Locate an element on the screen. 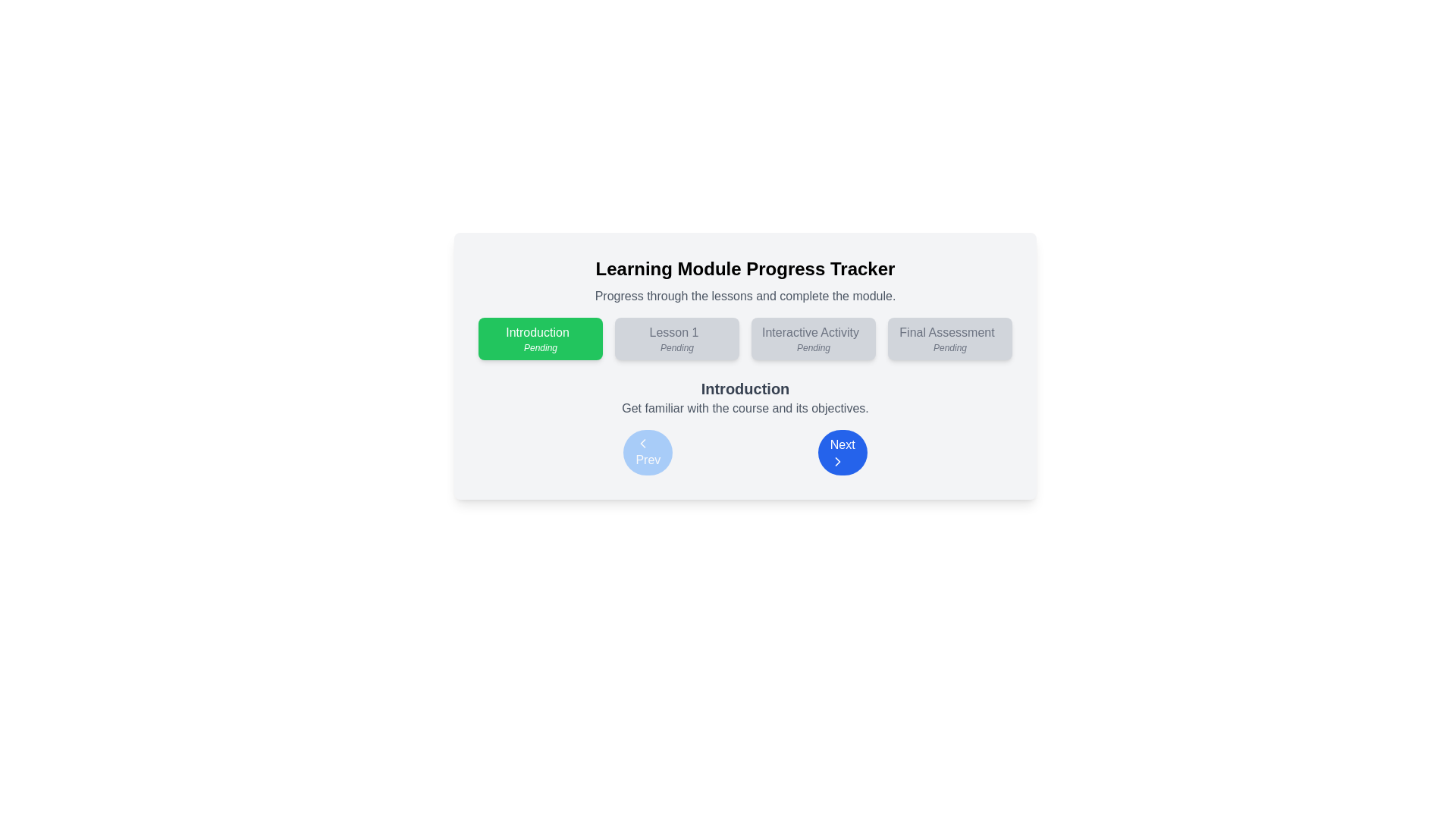 The image size is (1456, 819). the static text paragraph displayed in a smaller, lighter gray font, located immediately below the 'Introduction' heading is located at coordinates (745, 408).